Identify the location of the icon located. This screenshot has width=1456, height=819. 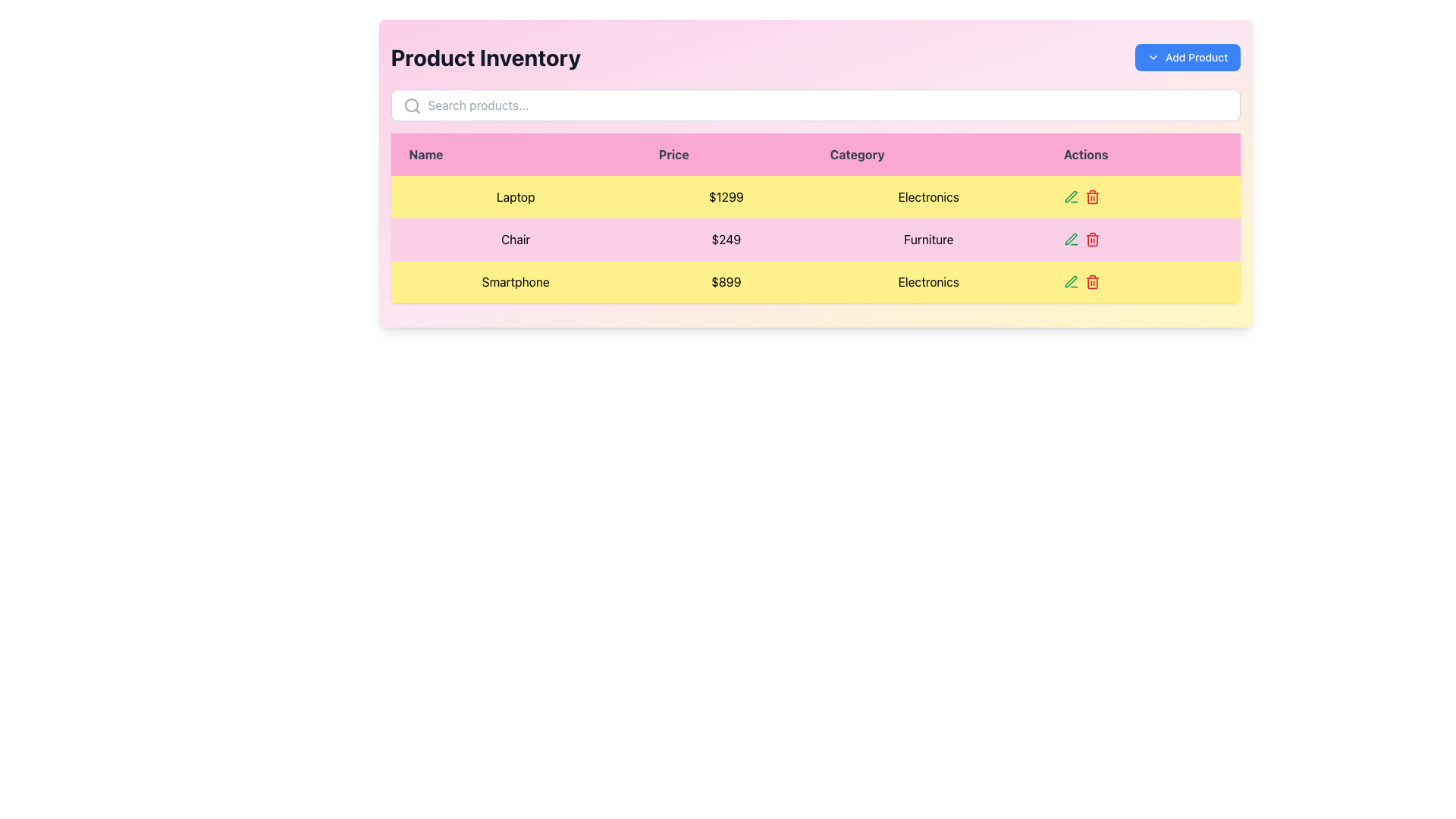
(1153, 57).